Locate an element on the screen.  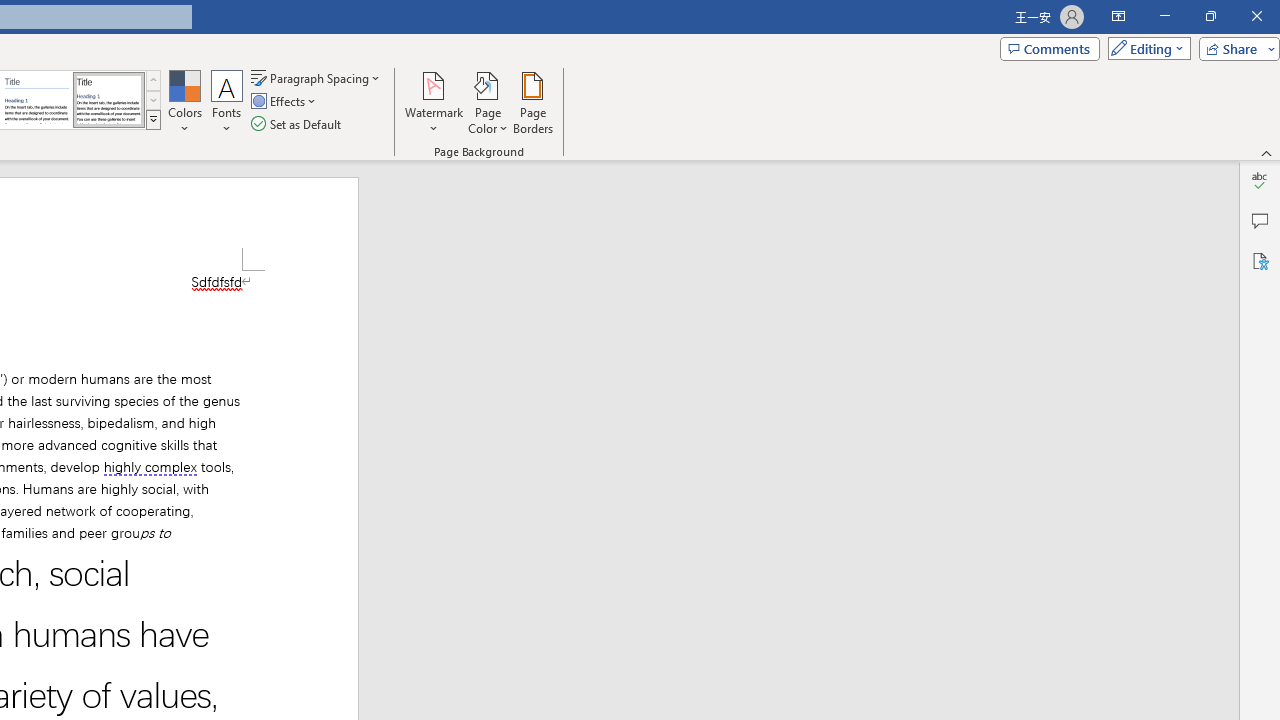
'Paragraph Spacing' is located at coordinates (316, 77).